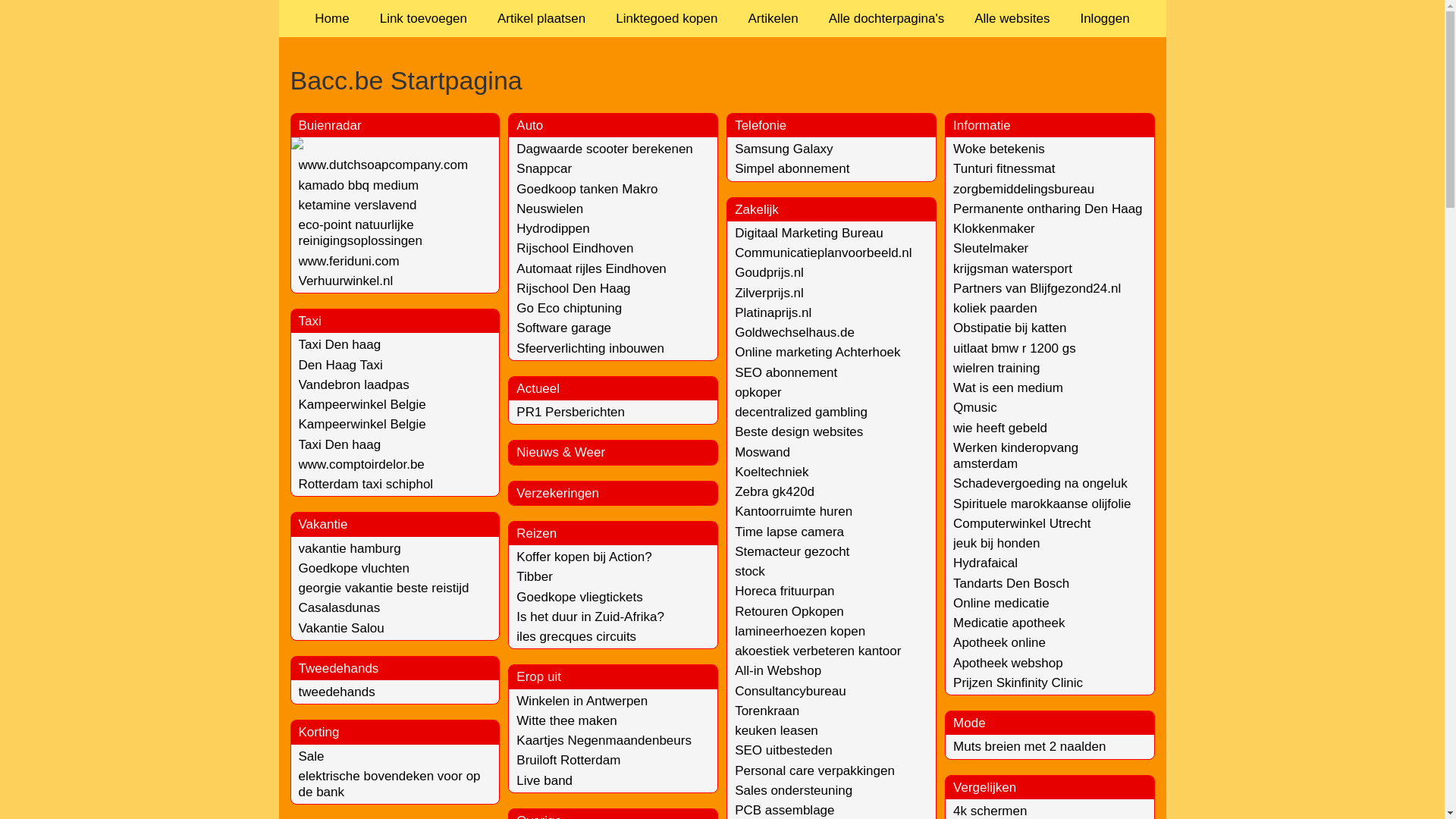 The image size is (1456, 819). What do you see at coordinates (331, 18) in the screenshot?
I see `'Home'` at bounding box center [331, 18].